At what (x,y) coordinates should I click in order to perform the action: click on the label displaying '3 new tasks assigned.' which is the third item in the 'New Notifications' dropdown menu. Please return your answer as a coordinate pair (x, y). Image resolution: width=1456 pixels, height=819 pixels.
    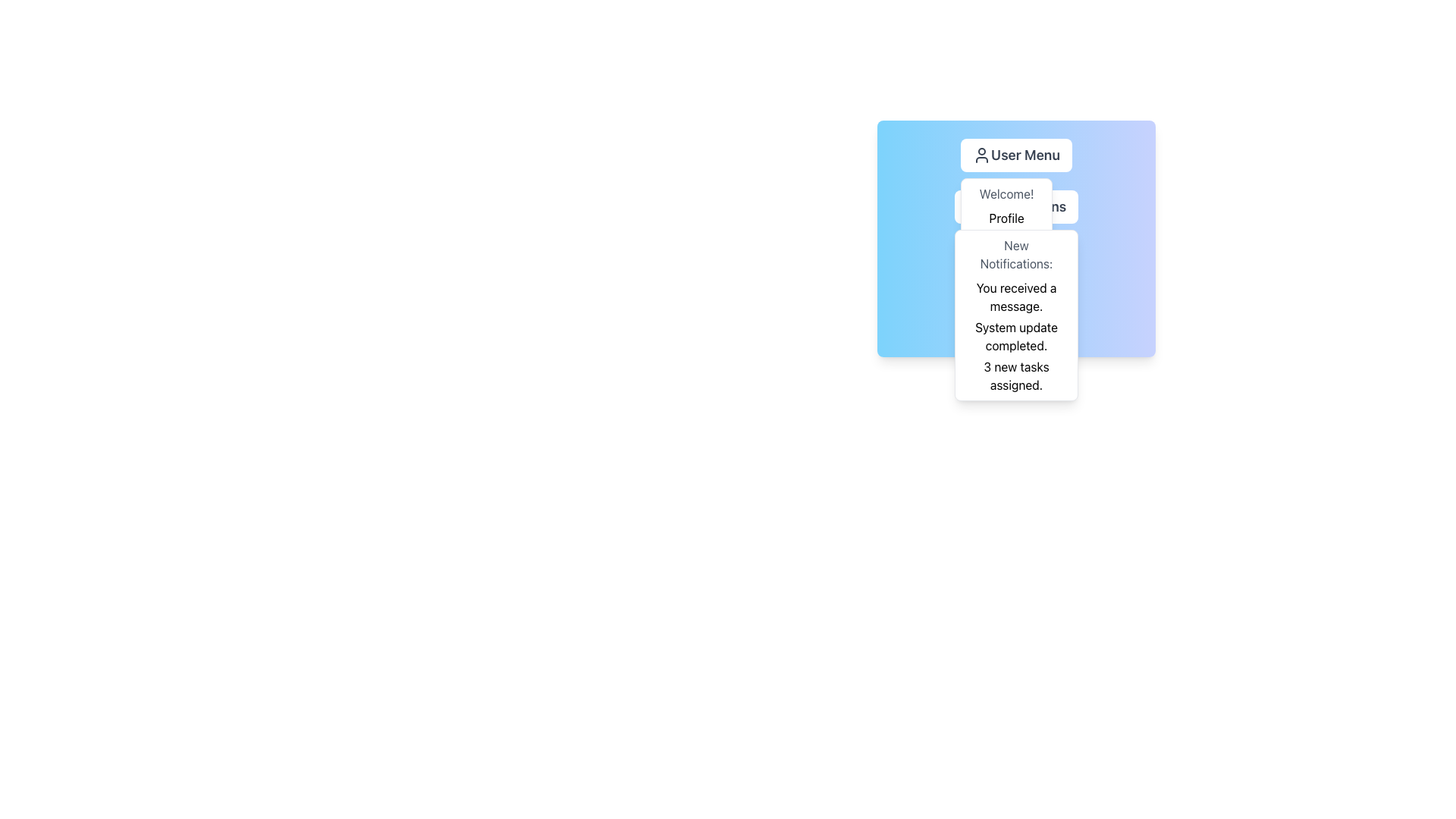
    Looking at the image, I should click on (1016, 375).